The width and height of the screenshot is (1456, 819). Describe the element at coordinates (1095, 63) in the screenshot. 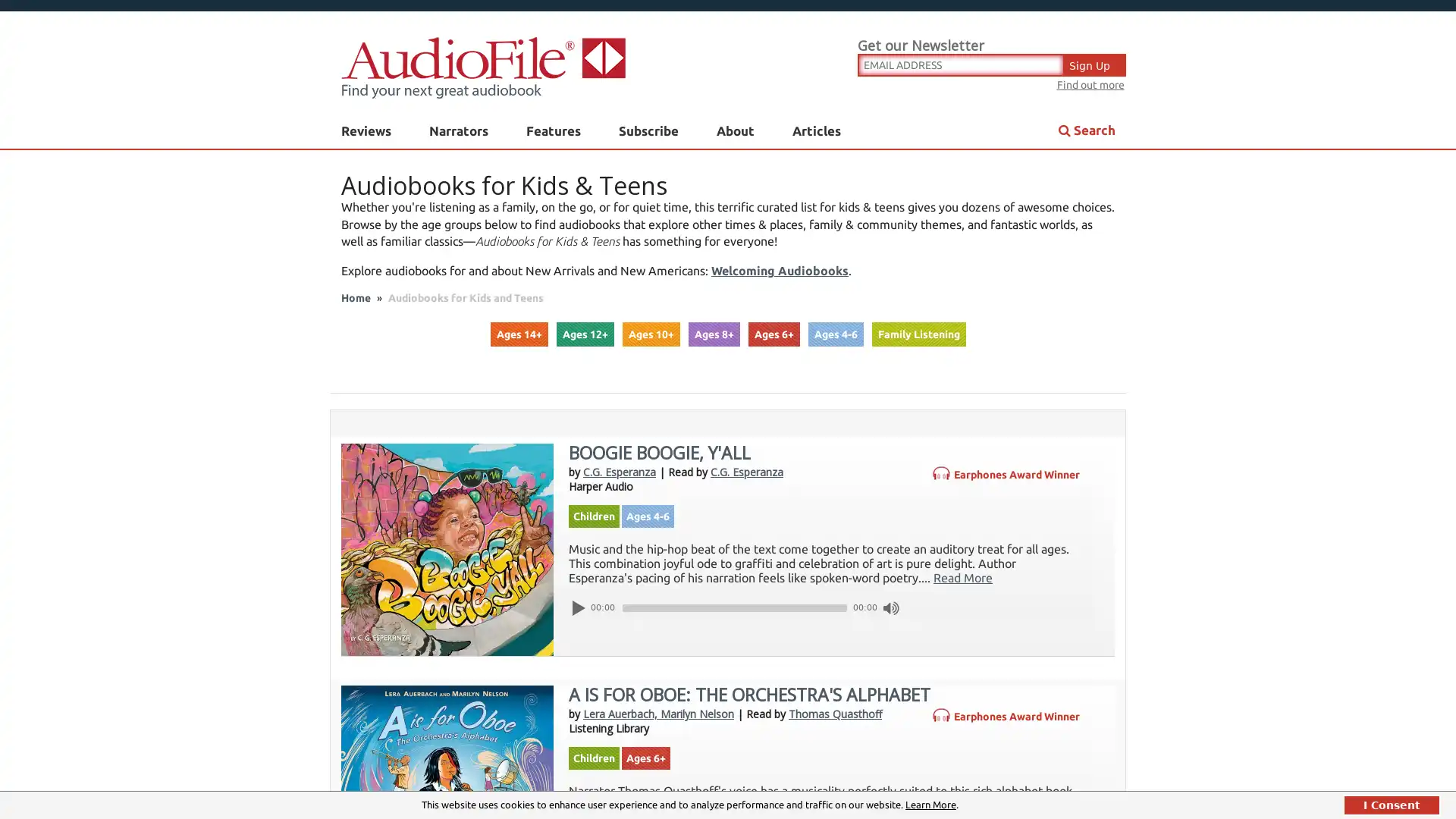

I see `Sign Up` at that location.